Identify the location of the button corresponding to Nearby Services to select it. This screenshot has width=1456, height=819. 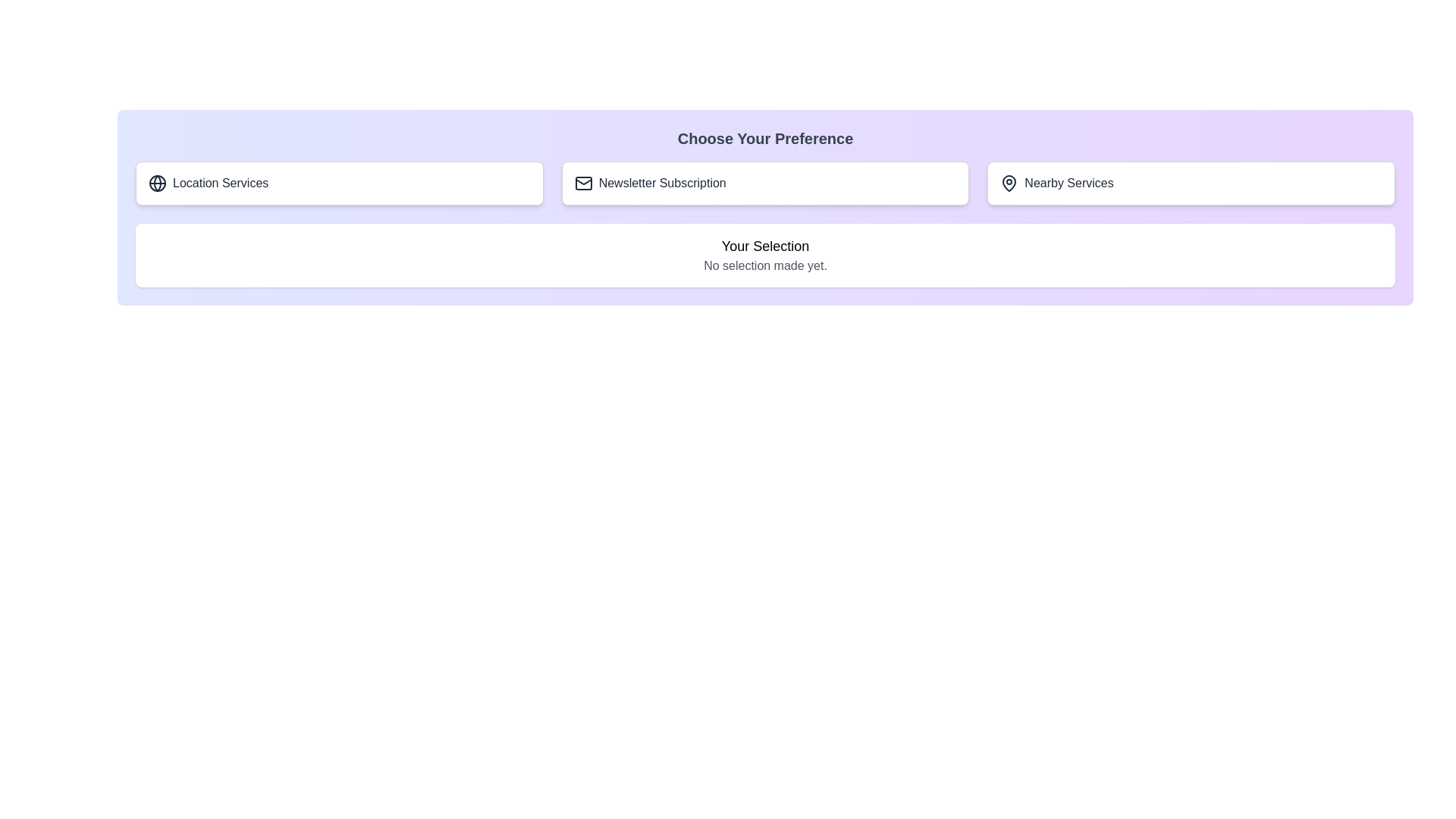
(1191, 183).